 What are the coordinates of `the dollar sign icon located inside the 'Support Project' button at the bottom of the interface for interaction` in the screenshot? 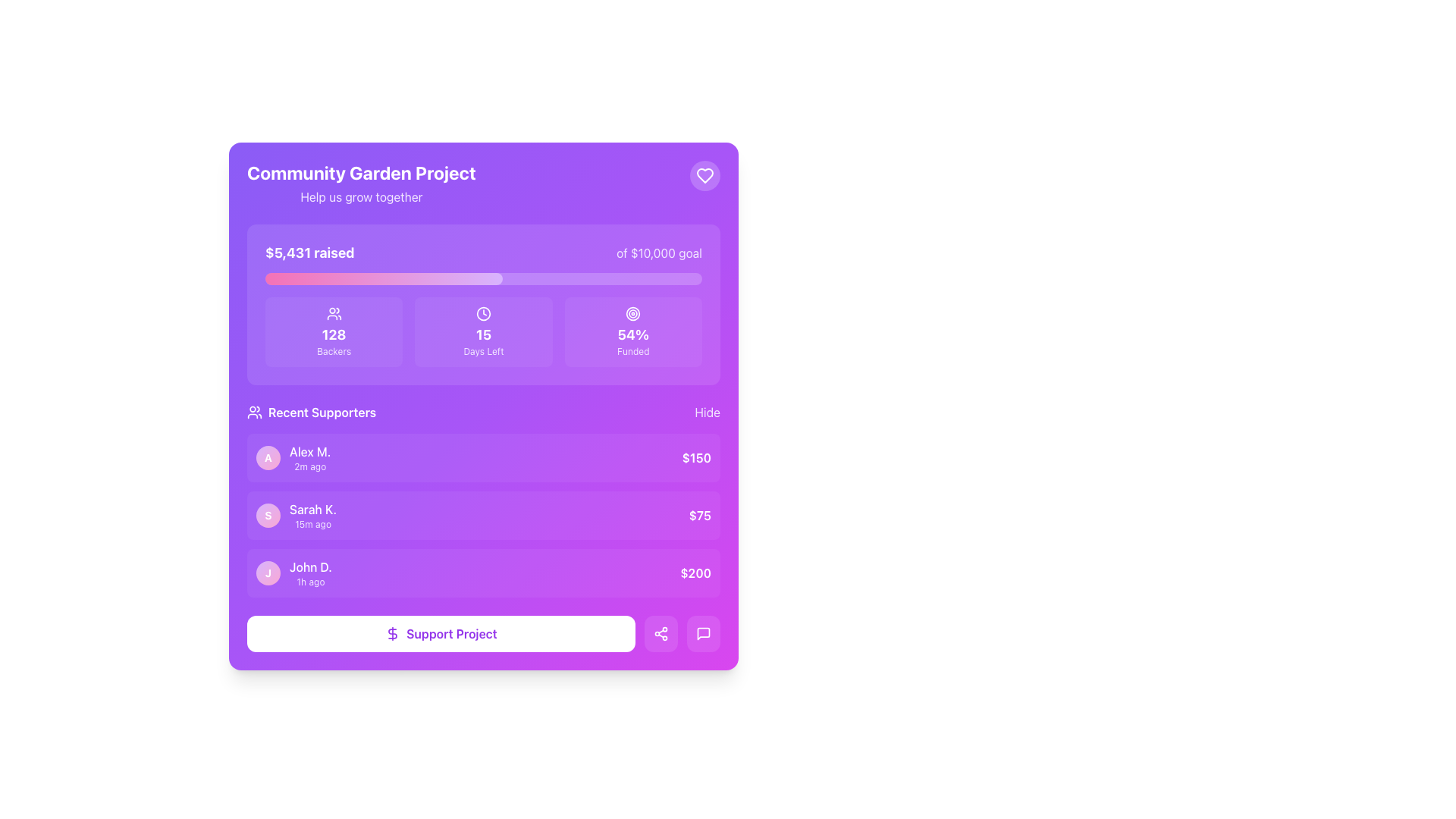 It's located at (393, 634).